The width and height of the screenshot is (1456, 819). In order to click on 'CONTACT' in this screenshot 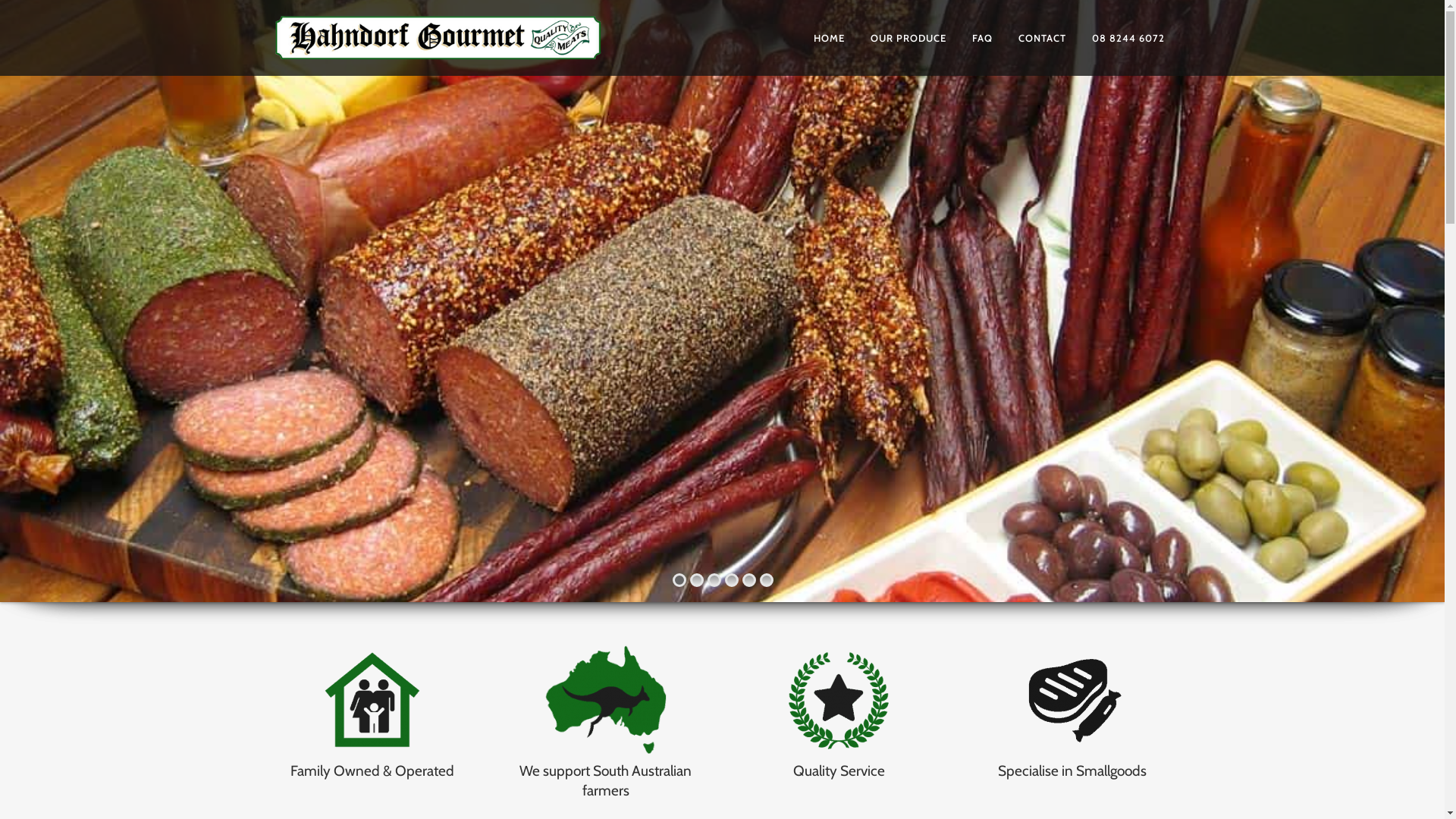, I will do `click(1041, 37)`.